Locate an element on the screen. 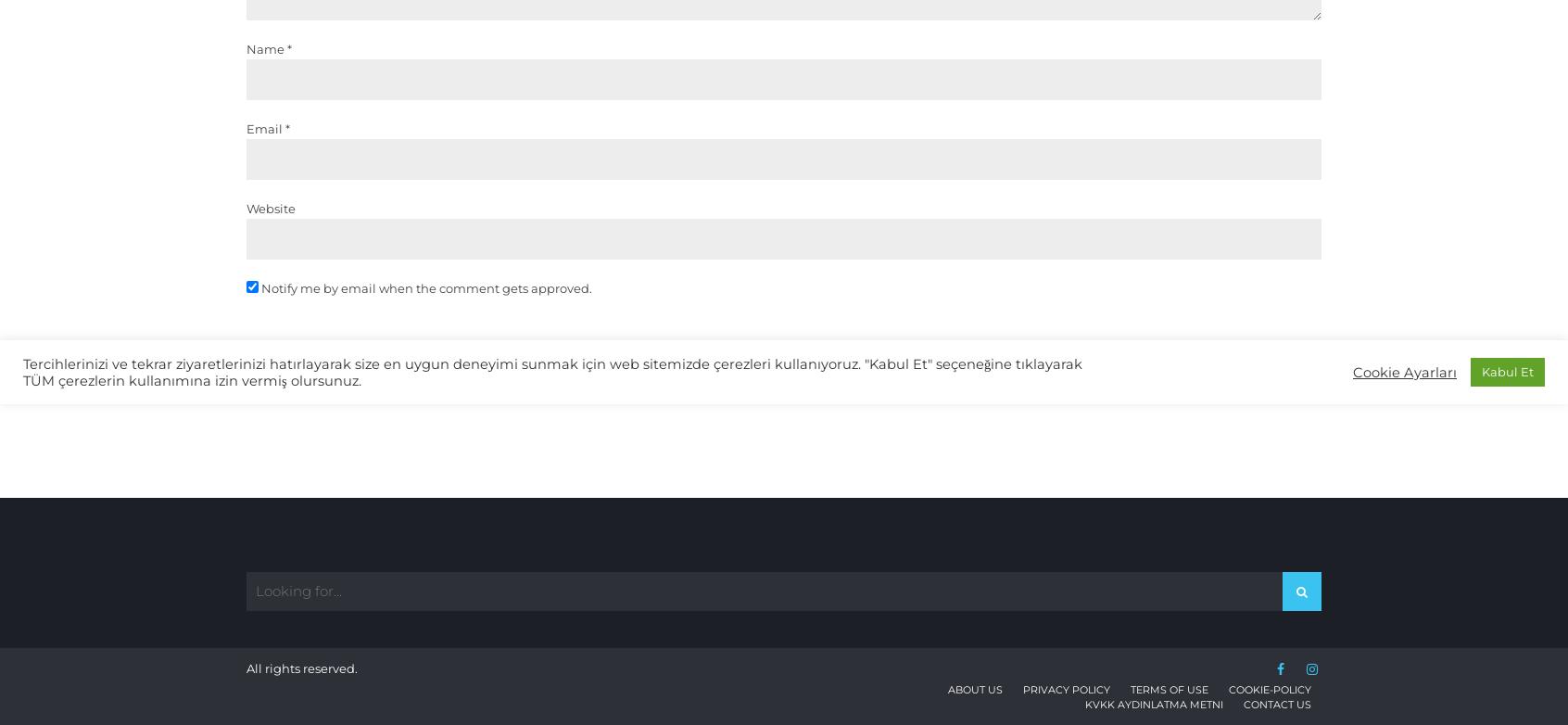  'Post Comment' is located at coordinates (333, 359).